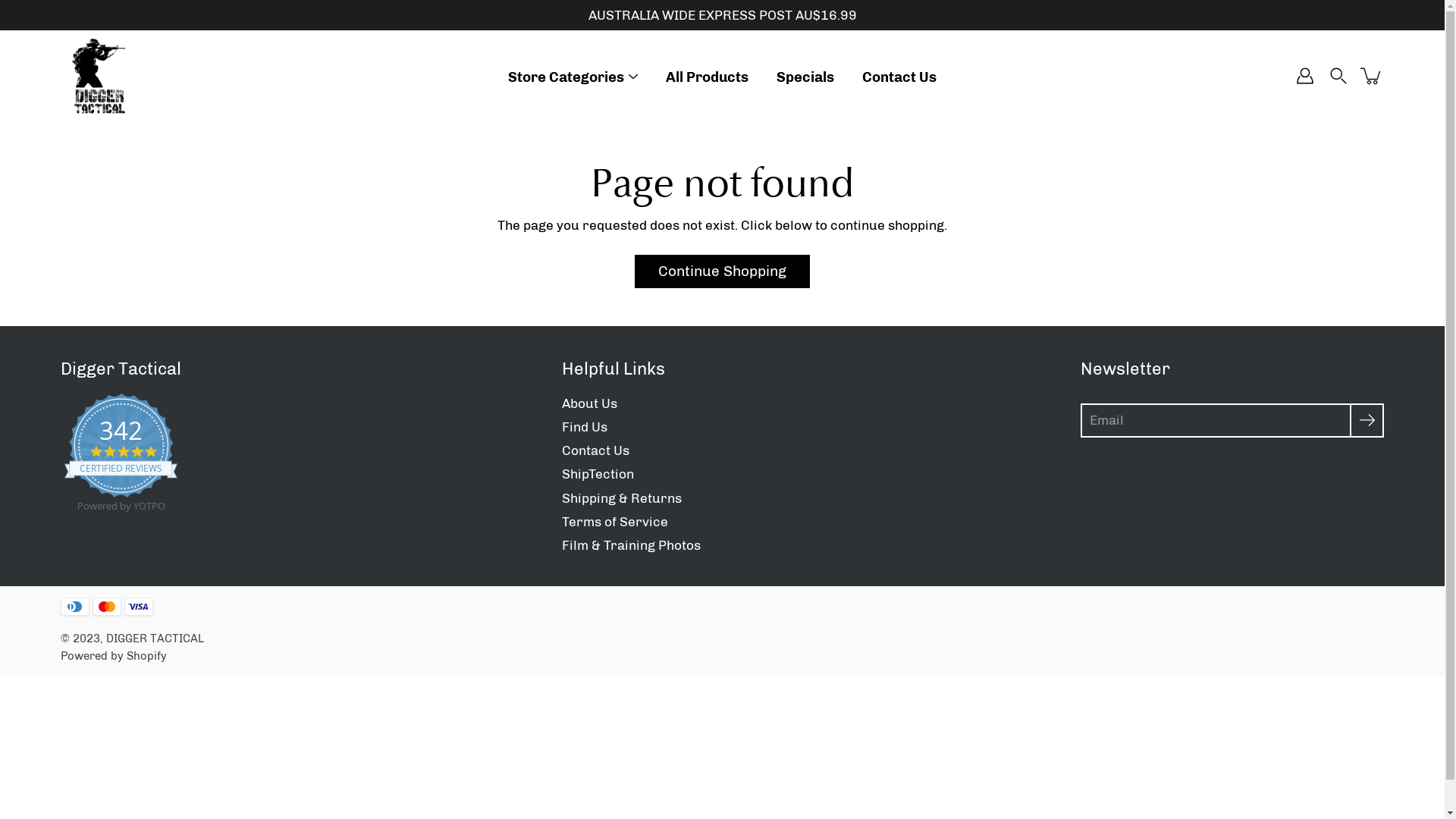  Describe the element at coordinates (630, 544) in the screenshot. I see `'Film & Training Photos'` at that location.